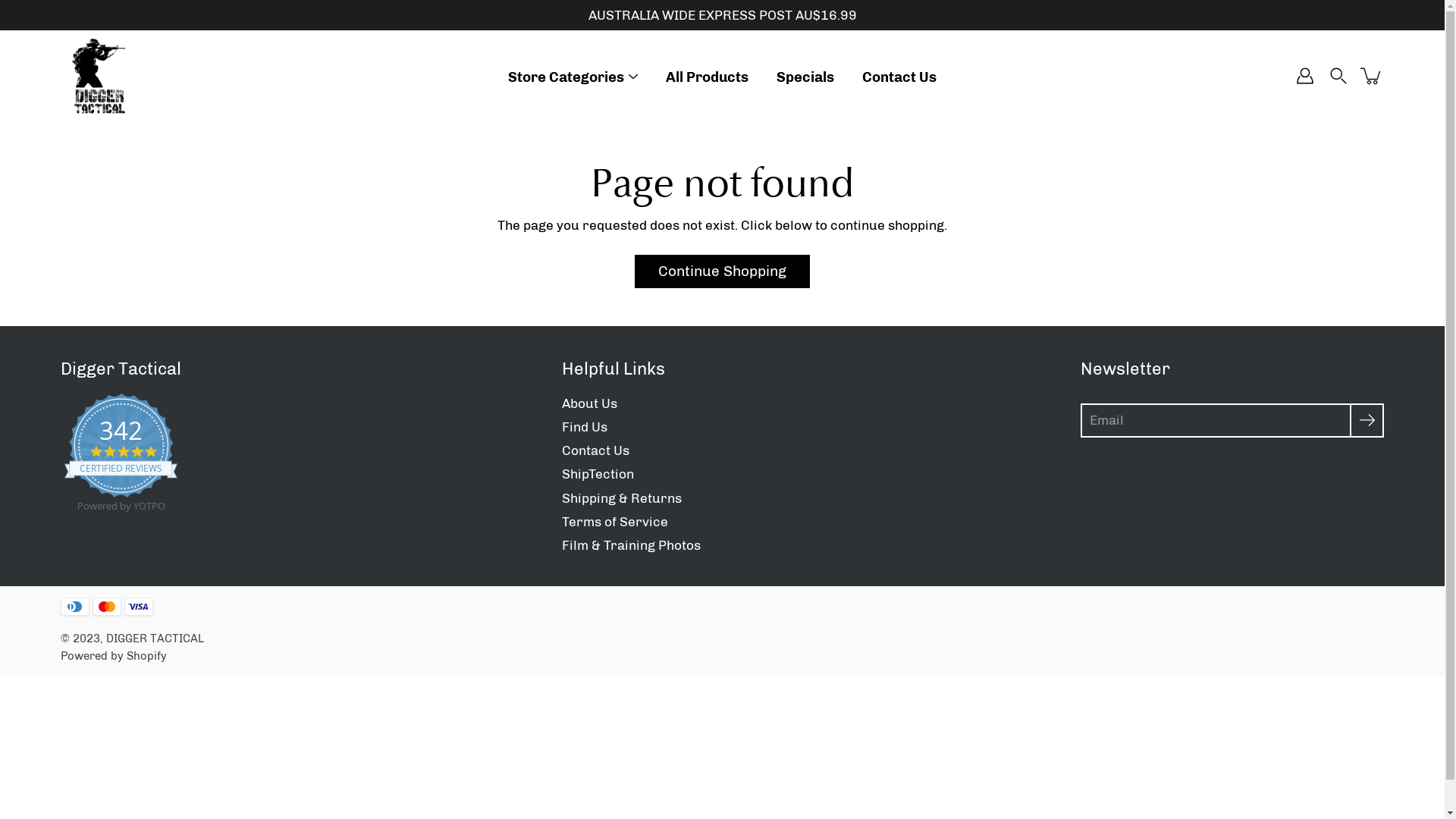  Describe the element at coordinates (630, 544) in the screenshot. I see `'Film & Training Photos'` at that location.